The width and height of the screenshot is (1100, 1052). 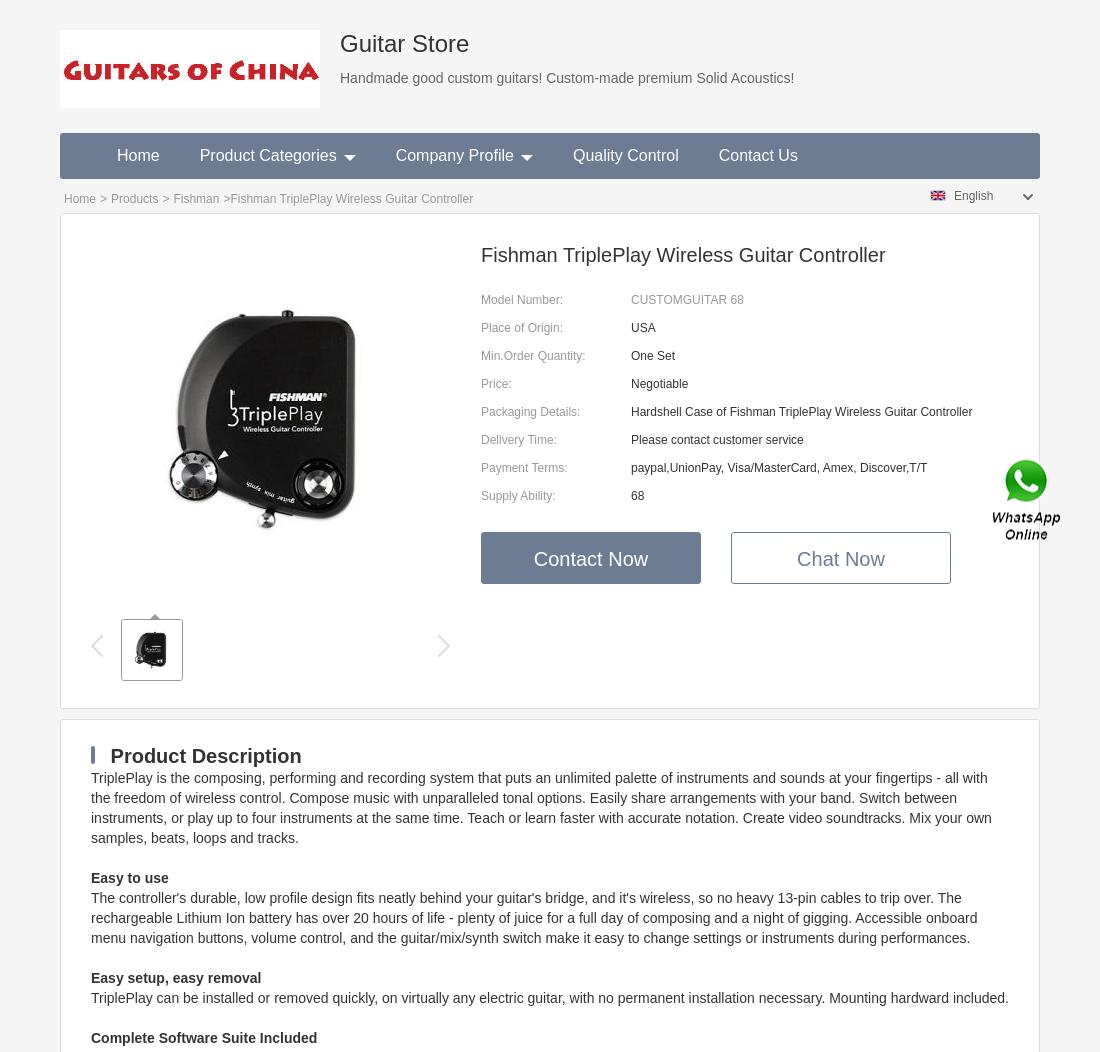 I want to click on 'Products', so click(x=110, y=199).